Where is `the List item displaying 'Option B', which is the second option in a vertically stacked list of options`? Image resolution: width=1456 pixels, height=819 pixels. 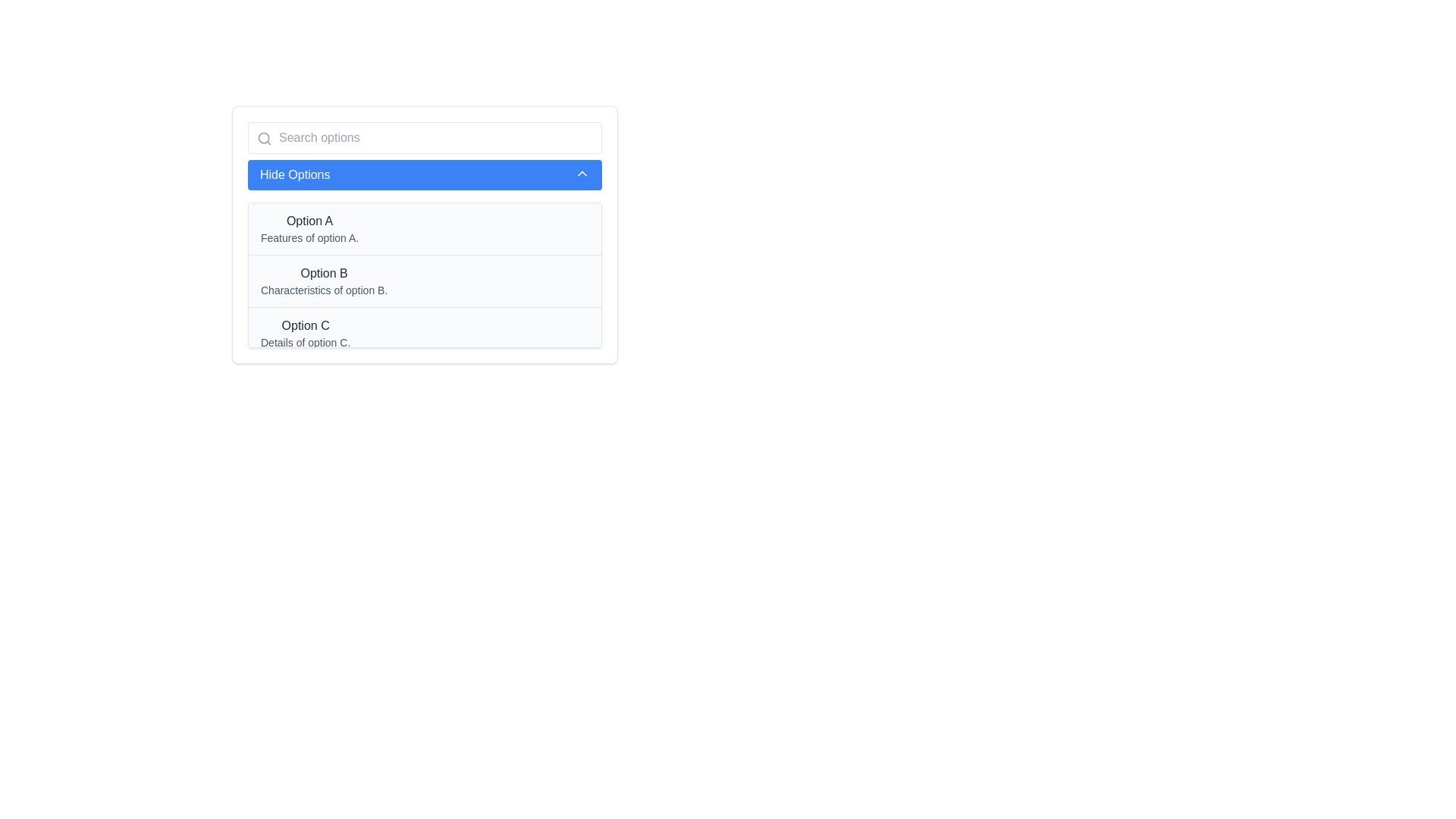
the List item displaying 'Option B', which is the second option in a vertically stacked list of options is located at coordinates (425, 281).